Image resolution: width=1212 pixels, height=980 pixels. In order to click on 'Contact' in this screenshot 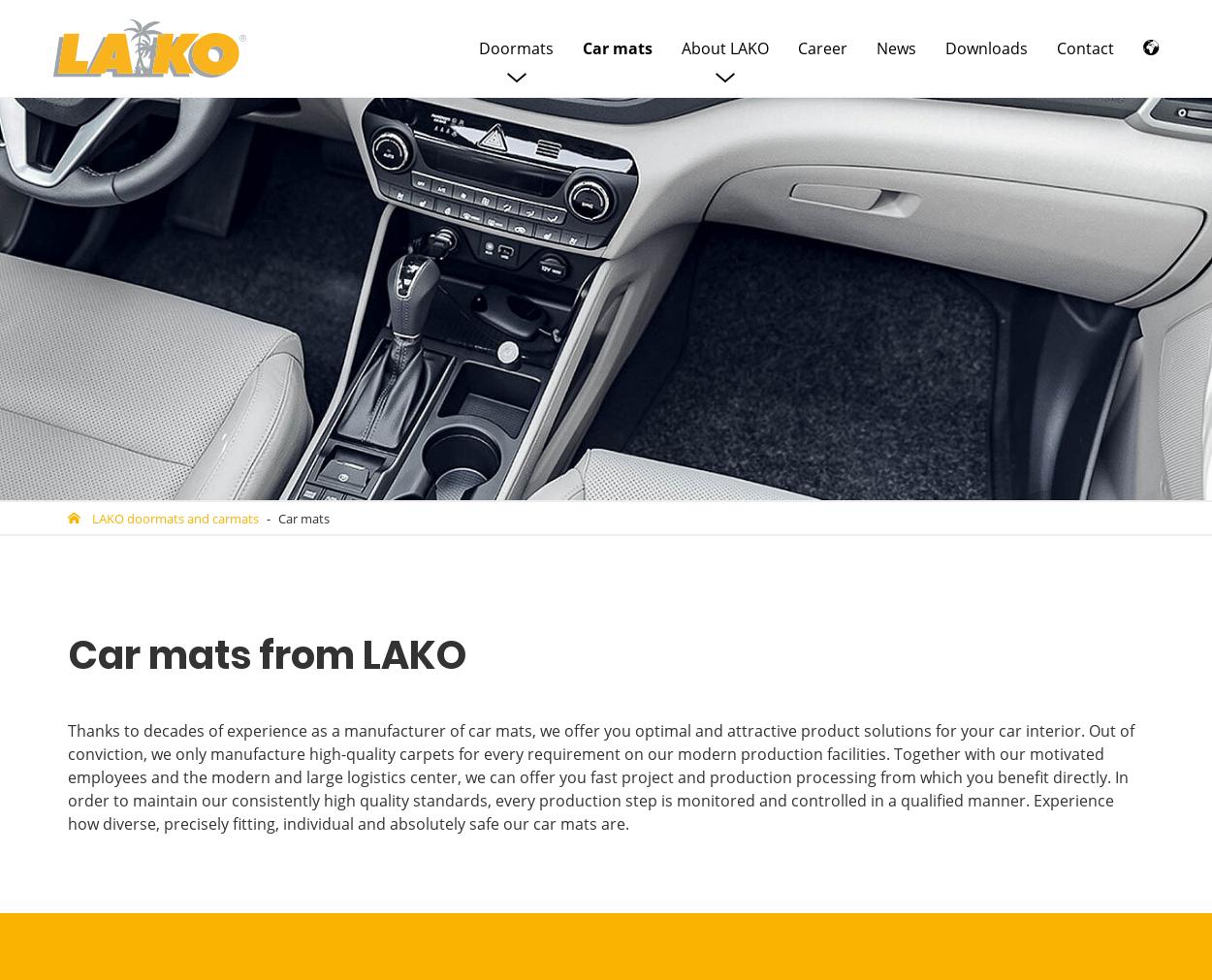, I will do `click(1084, 47)`.